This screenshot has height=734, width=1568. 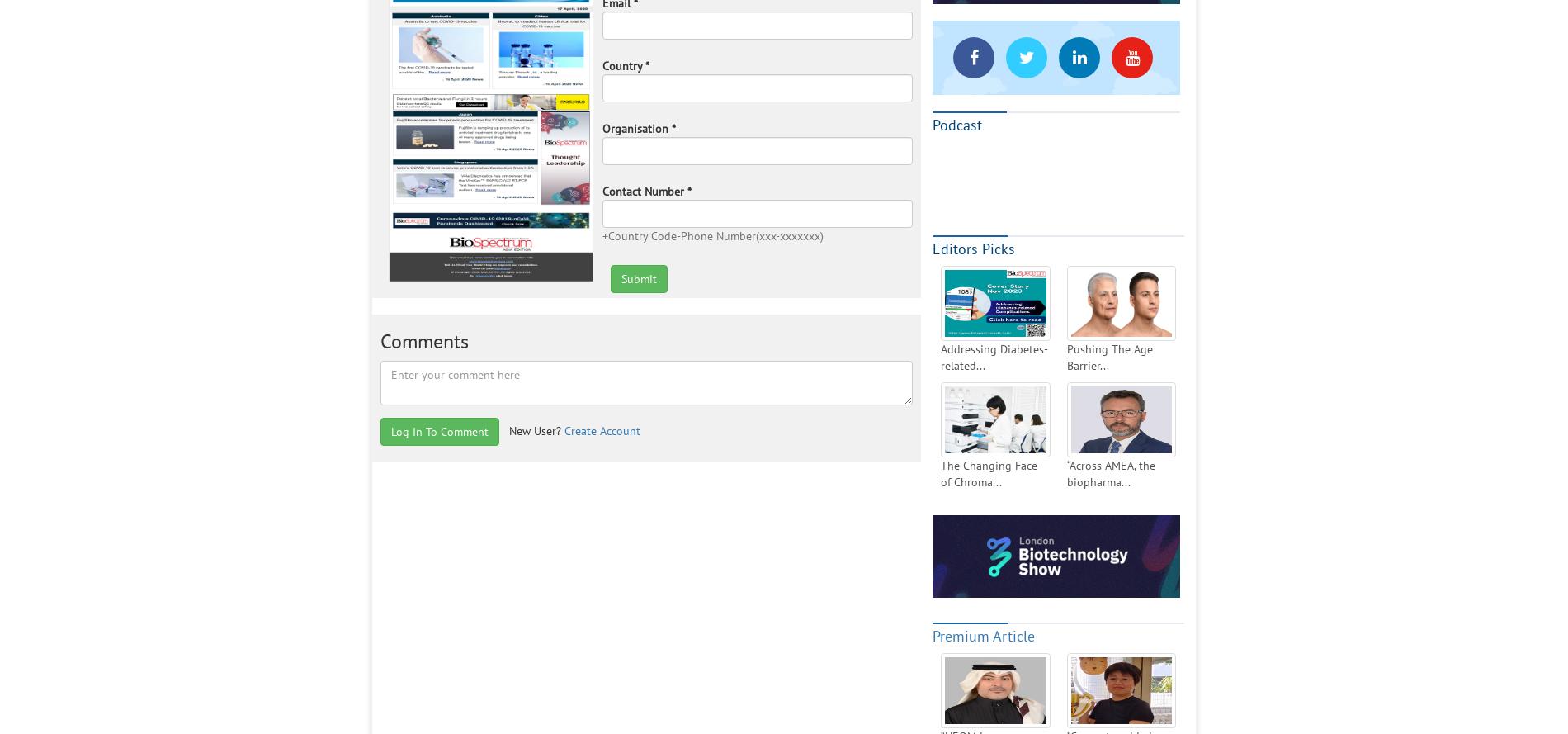 I want to click on 'Comments', so click(x=379, y=340).